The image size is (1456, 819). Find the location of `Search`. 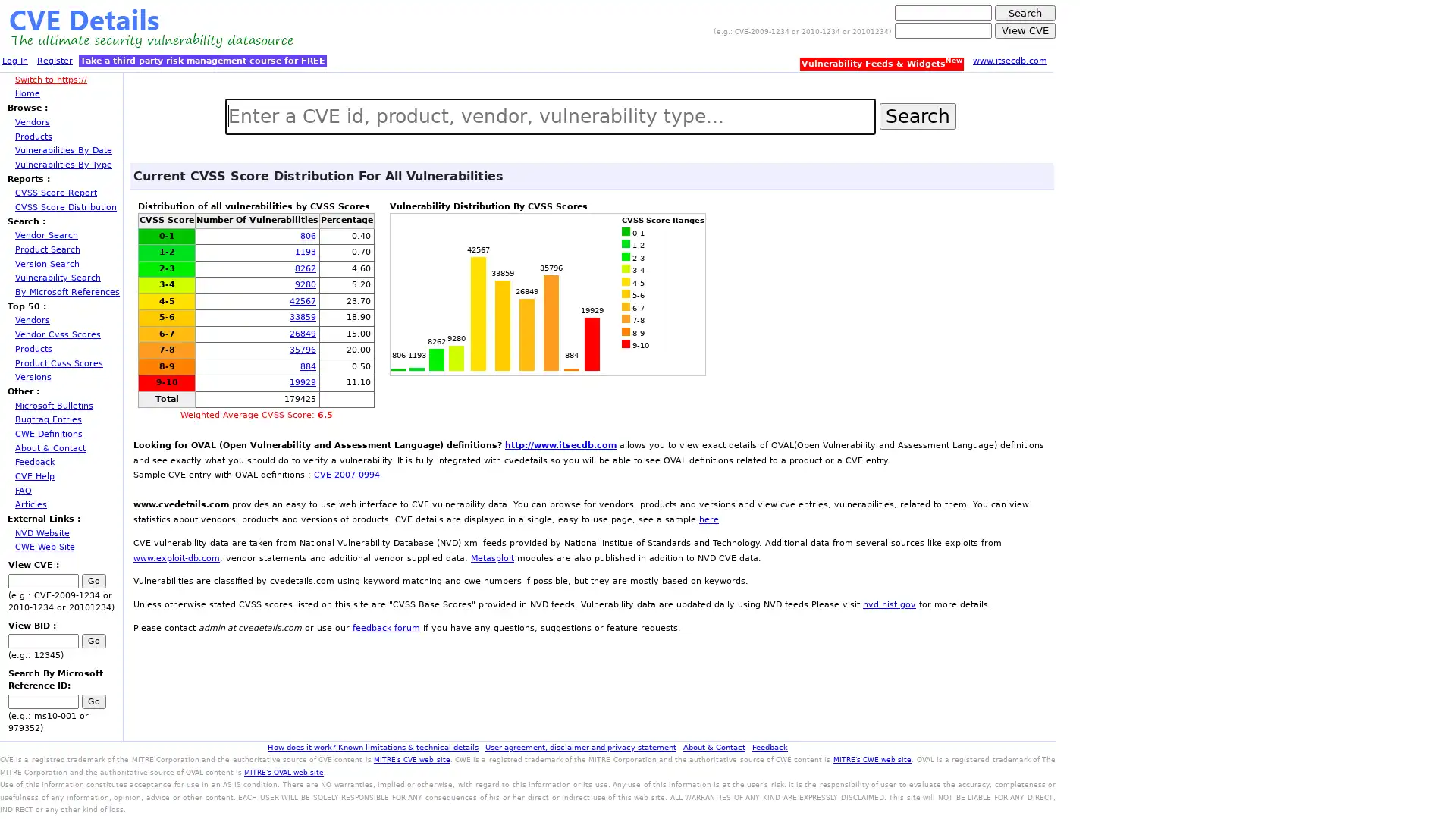

Search is located at coordinates (1025, 13).